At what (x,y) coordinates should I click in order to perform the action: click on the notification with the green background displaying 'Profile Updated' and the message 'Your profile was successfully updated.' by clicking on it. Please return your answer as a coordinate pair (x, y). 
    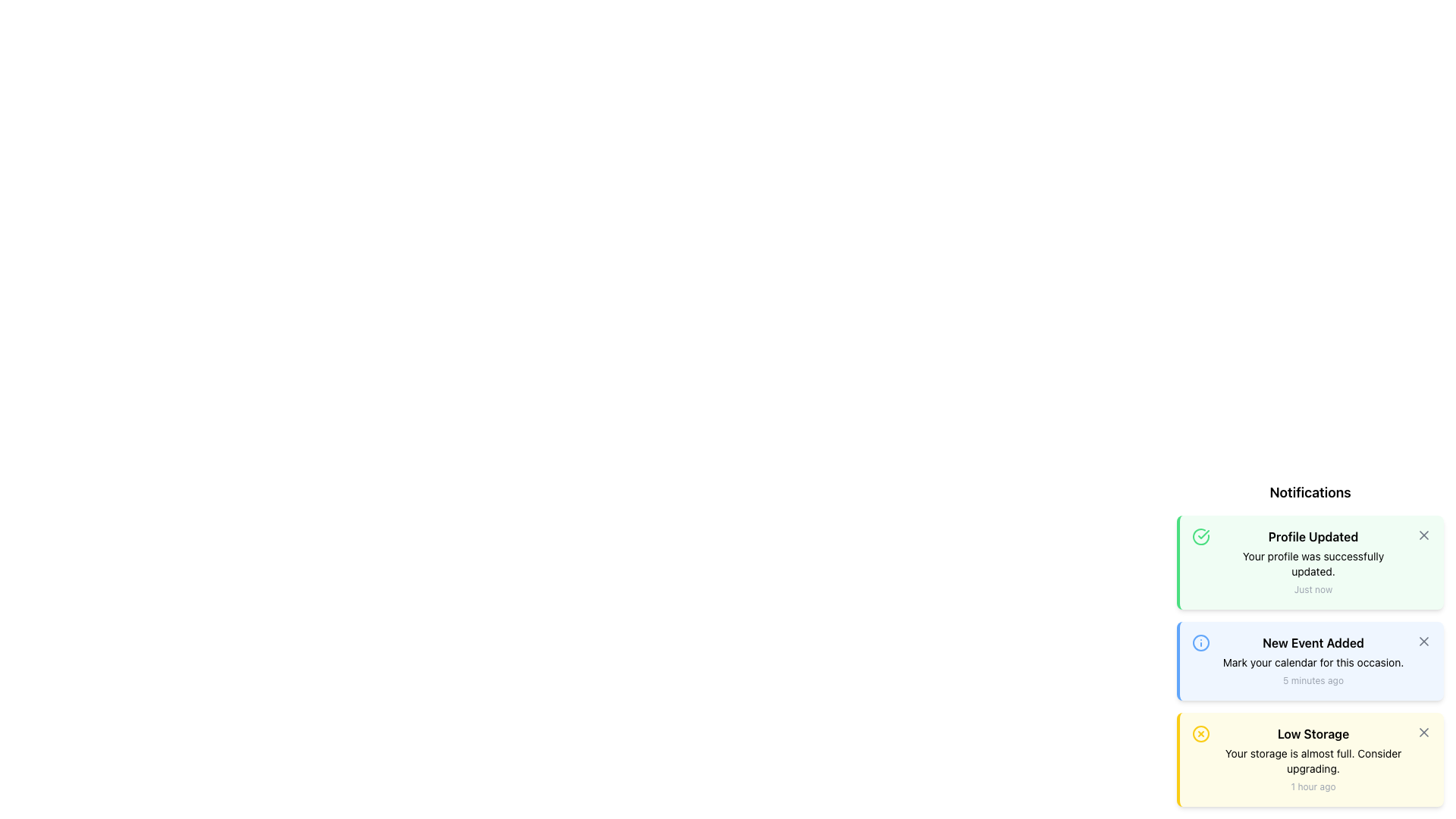
    Looking at the image, I should click on (1313, 562).